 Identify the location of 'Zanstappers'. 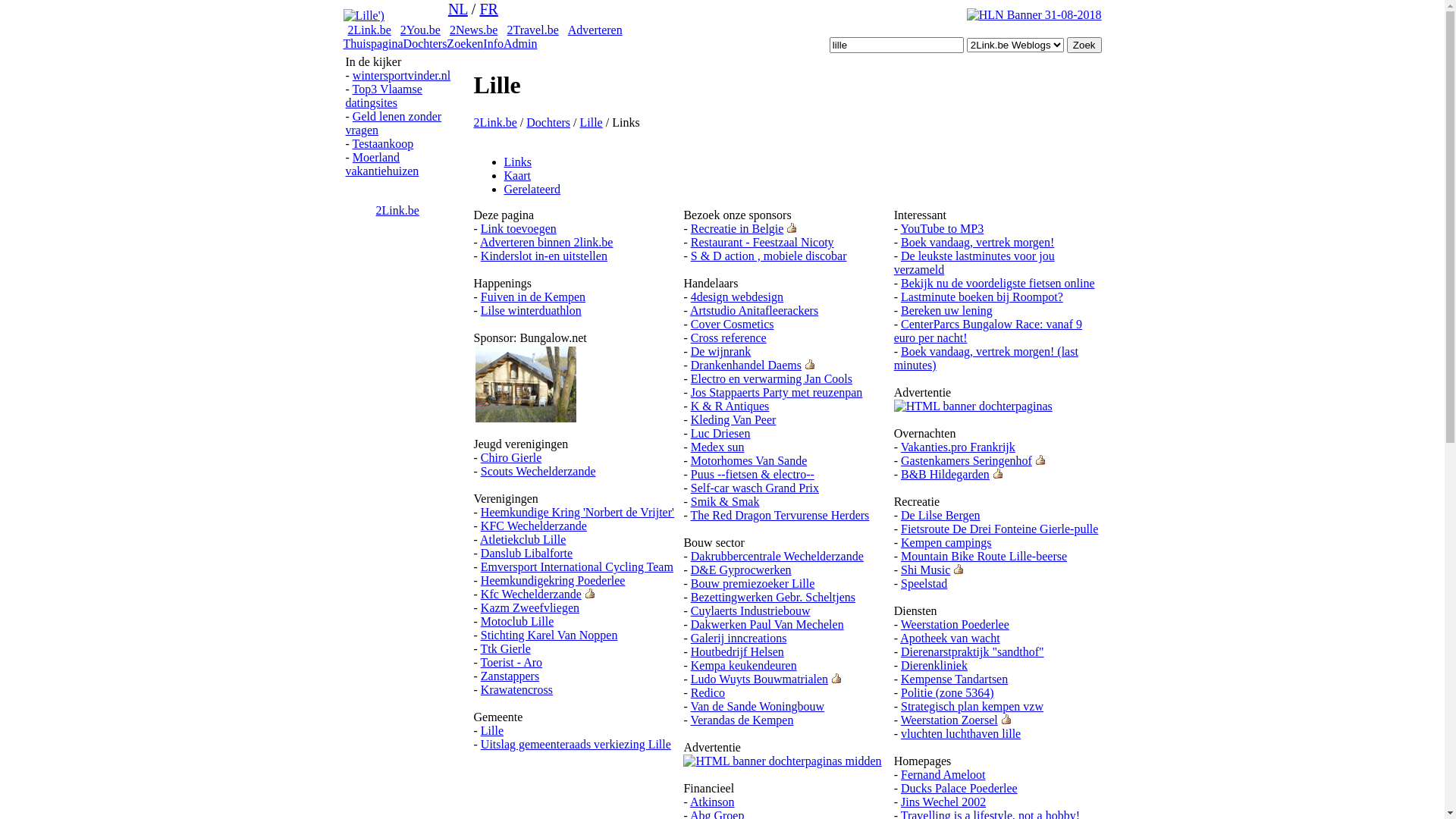
(510, 675).